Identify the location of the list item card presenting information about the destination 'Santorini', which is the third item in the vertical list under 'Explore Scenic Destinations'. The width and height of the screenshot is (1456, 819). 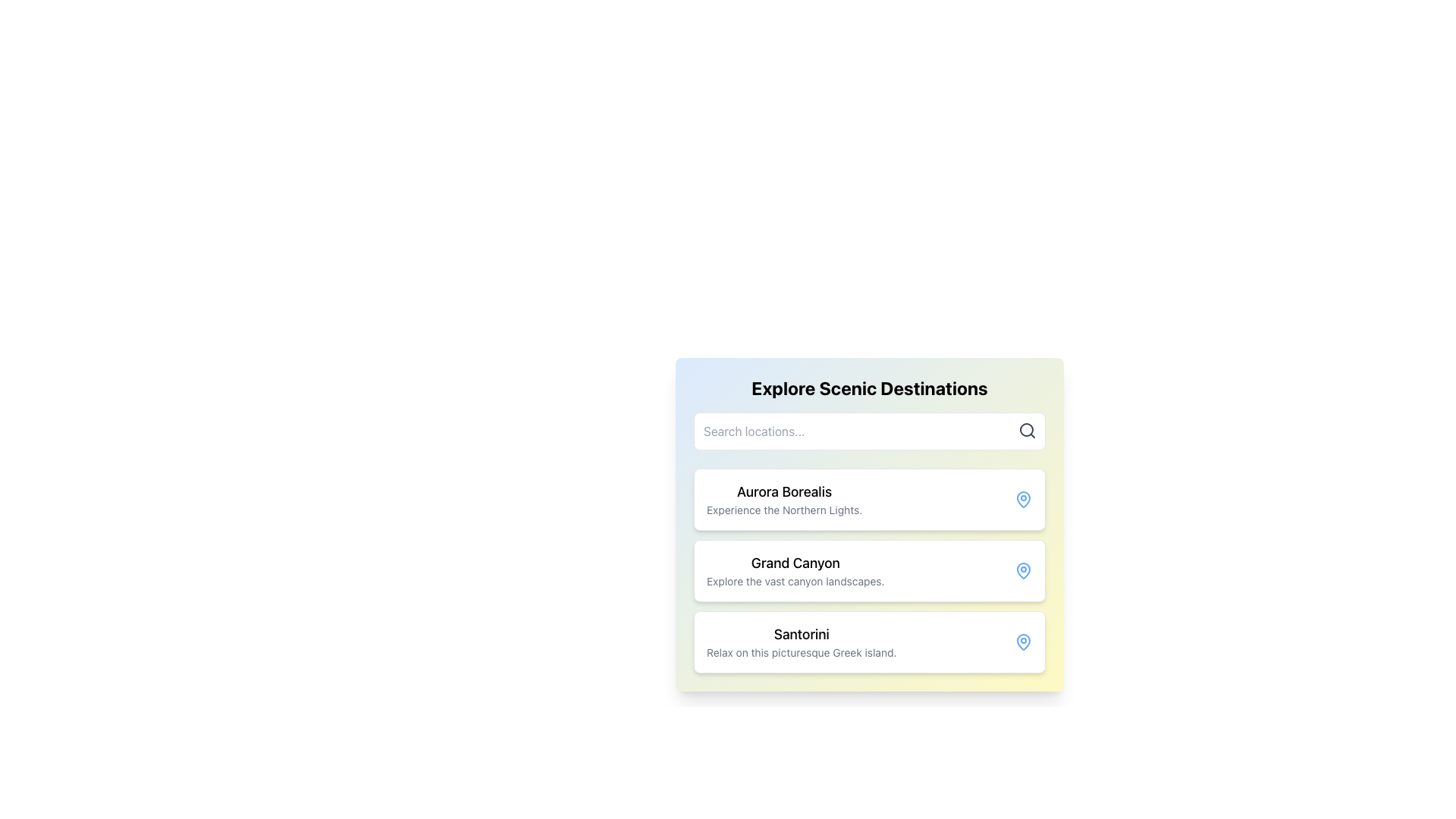
(870, 642).